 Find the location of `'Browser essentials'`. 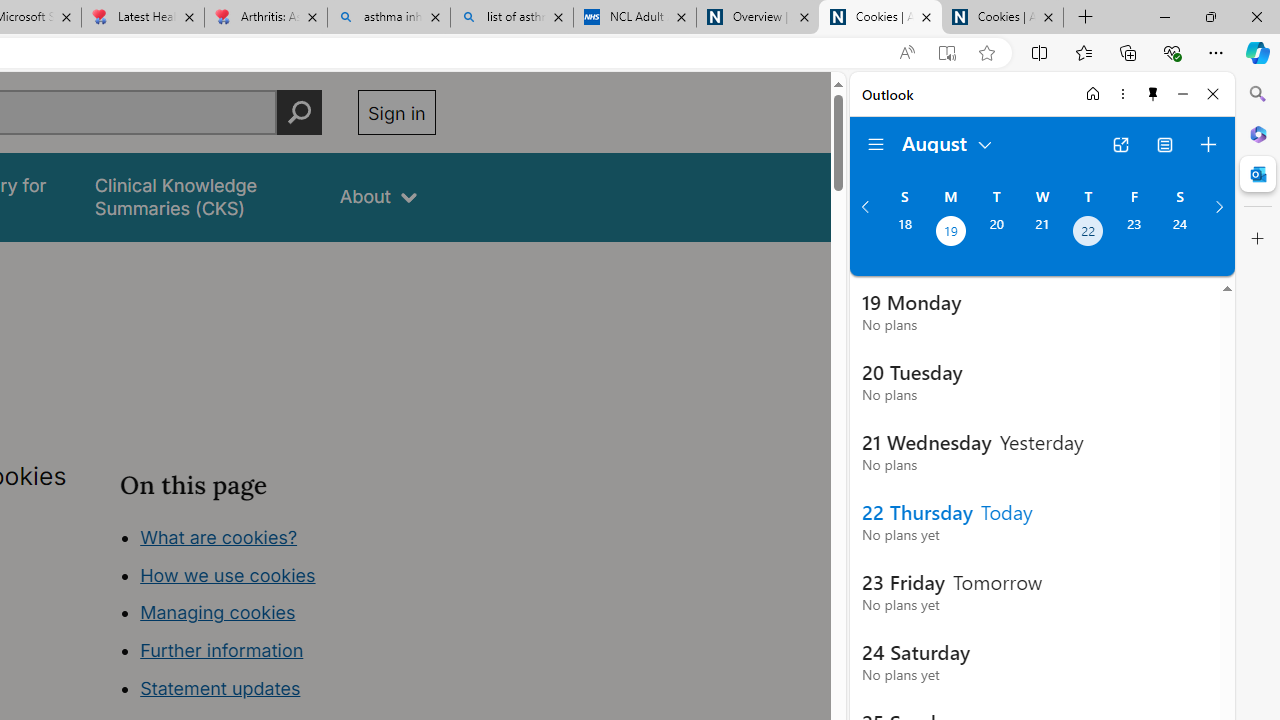

'Browser essentials' is located at coordinates (1171, 51).